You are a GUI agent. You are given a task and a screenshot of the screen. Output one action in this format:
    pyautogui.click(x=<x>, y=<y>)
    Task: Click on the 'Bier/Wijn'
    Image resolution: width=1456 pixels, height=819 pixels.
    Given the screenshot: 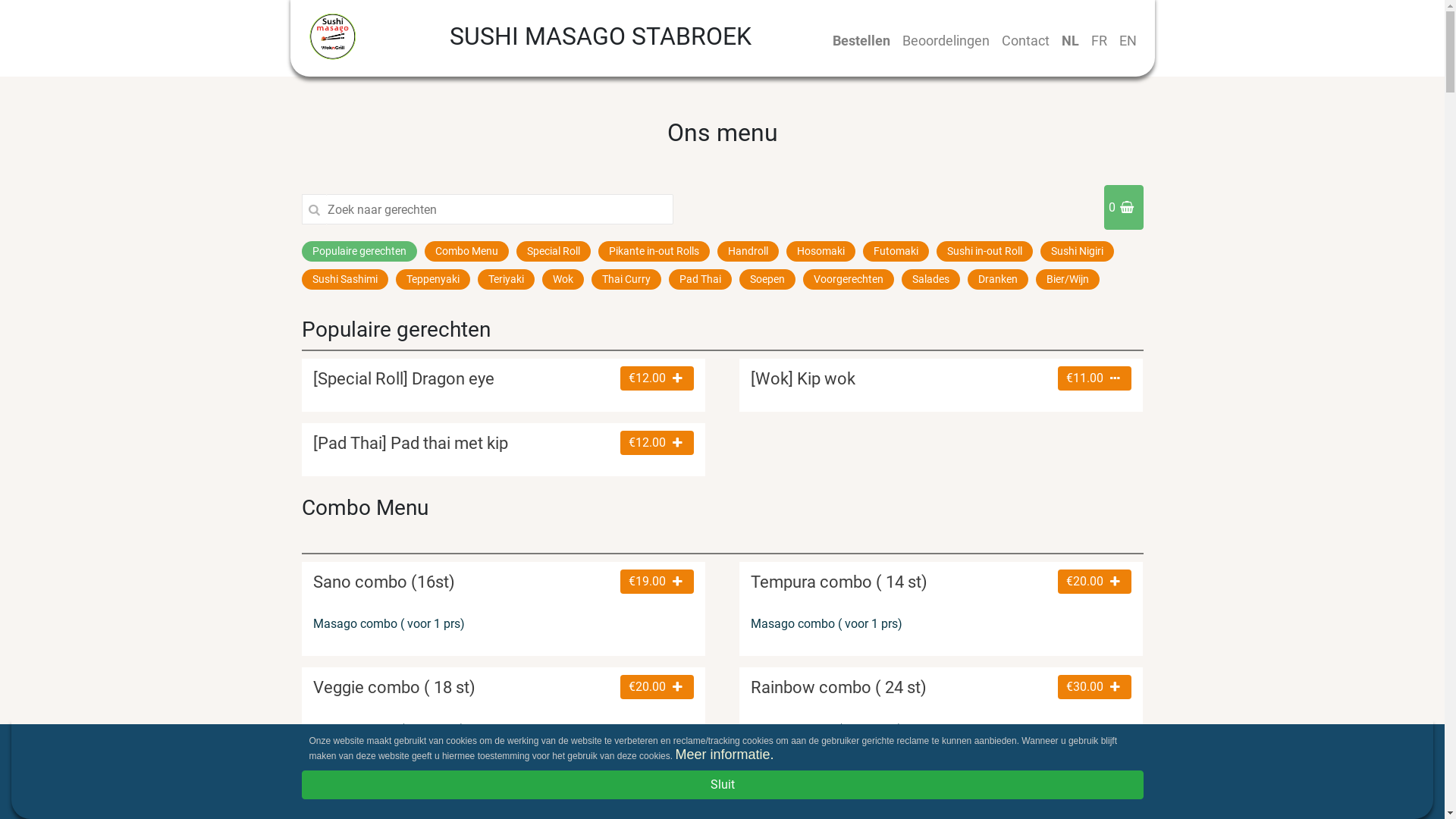 What is the action you would take?
    pyautogui.click(x=1066, y=279)
    